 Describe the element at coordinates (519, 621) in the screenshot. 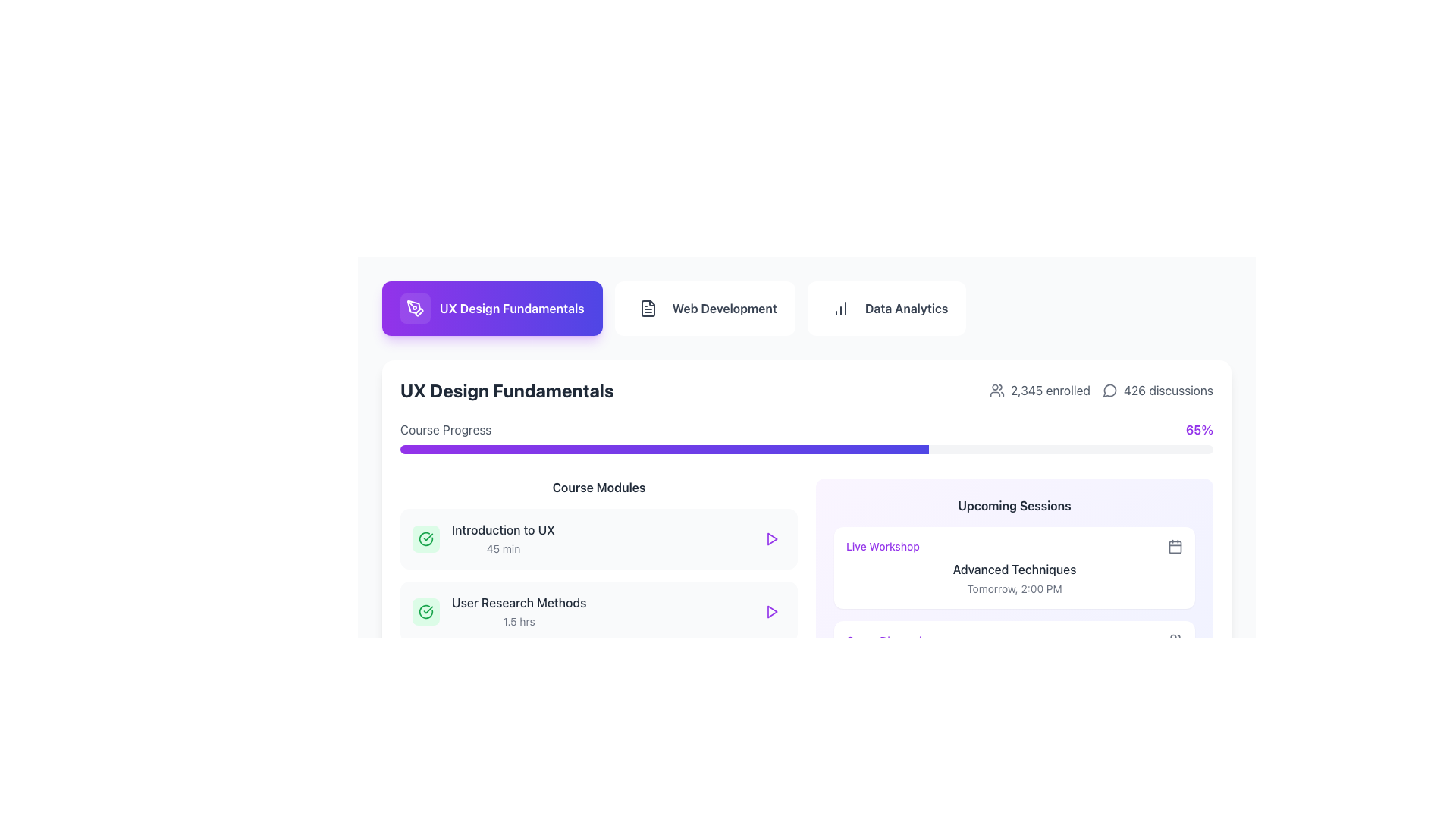

I see `text label providing additional information about the time required to complete the second course module titled 'User Research Methods'` at that location.